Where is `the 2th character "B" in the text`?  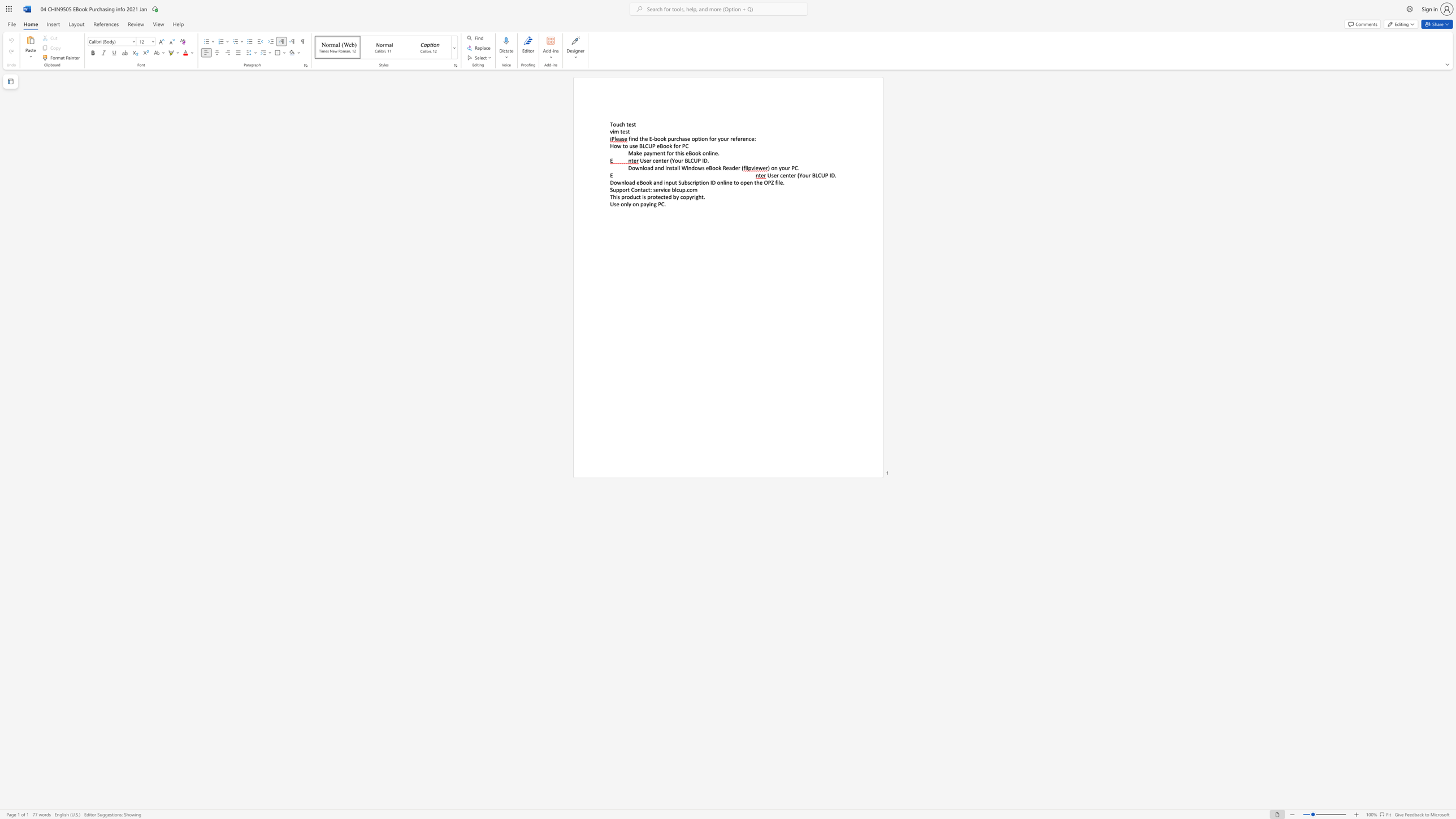 the 2th character "B" in the text is located at coordinates (661, 146).